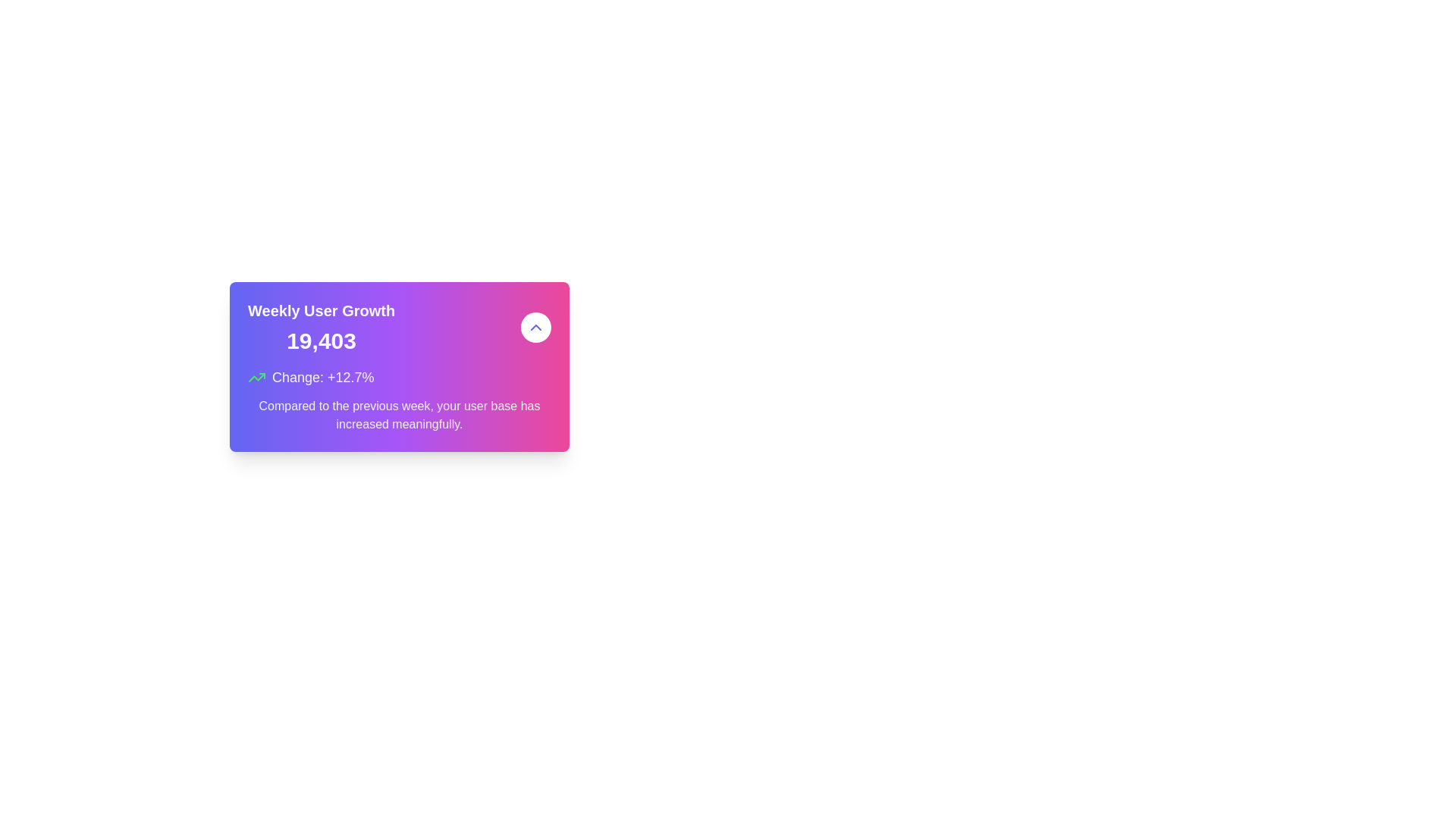 The width and height of the screenshot is (1456, 819). I want to click on the 'Weekly User Growth' metric display which shows '19,403' on a gradient background with an upward chevron button adjacent to it, so click(400, 327).